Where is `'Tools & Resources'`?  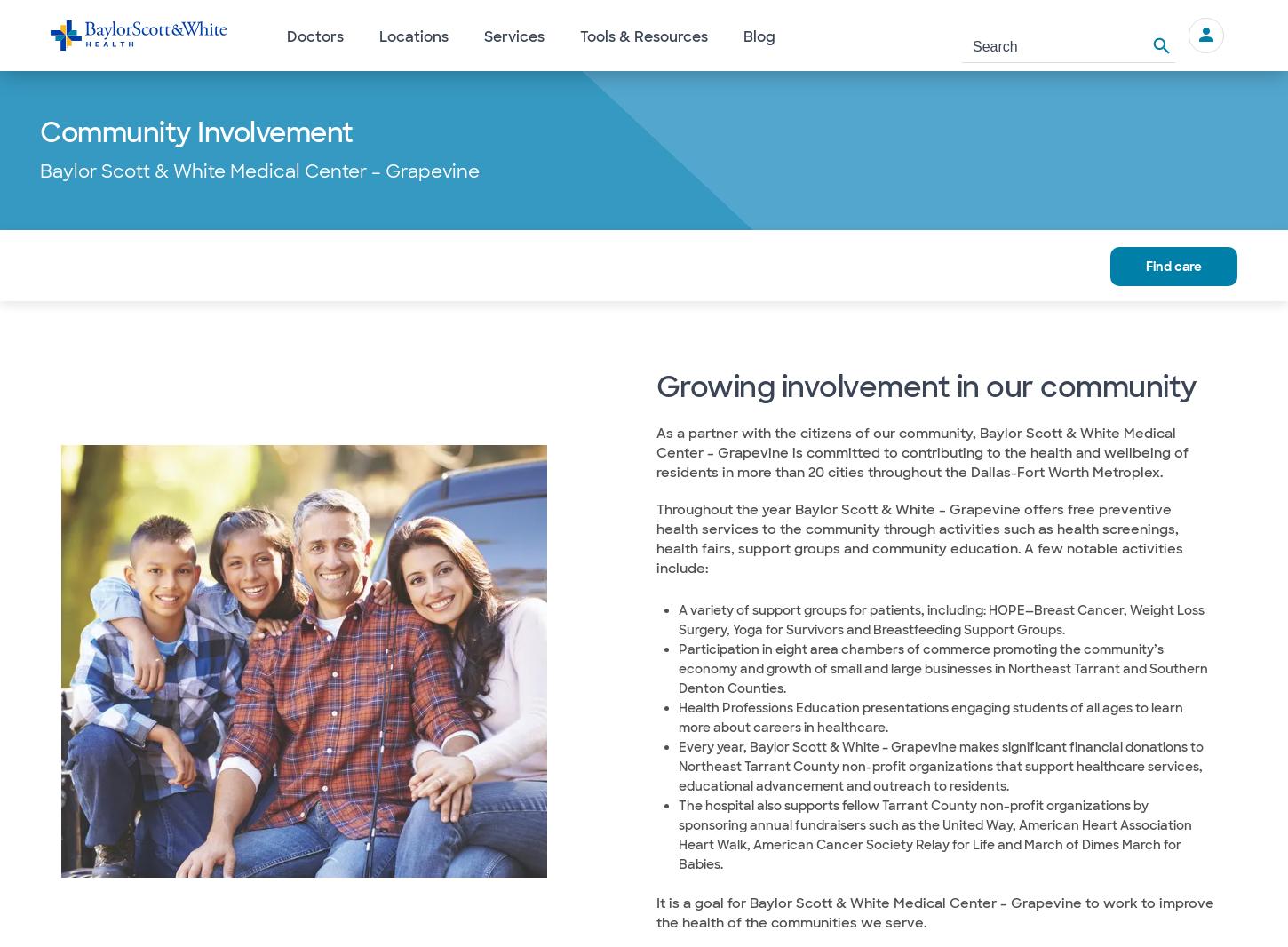
'Tools & Resources' is located at coordinates (644, 35).